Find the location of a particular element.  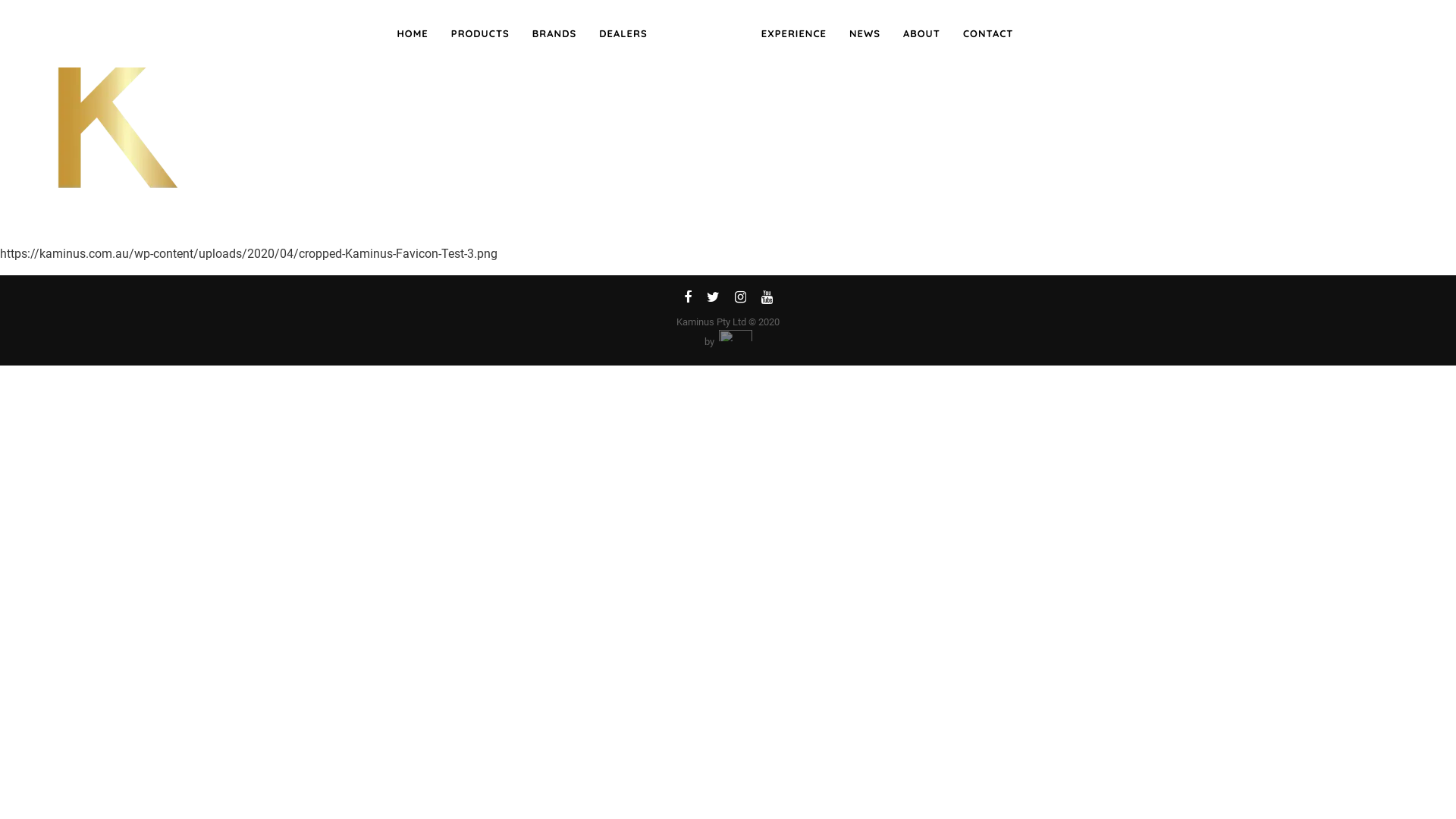

'PRODUCTS' is located at coordinates (479, 34).